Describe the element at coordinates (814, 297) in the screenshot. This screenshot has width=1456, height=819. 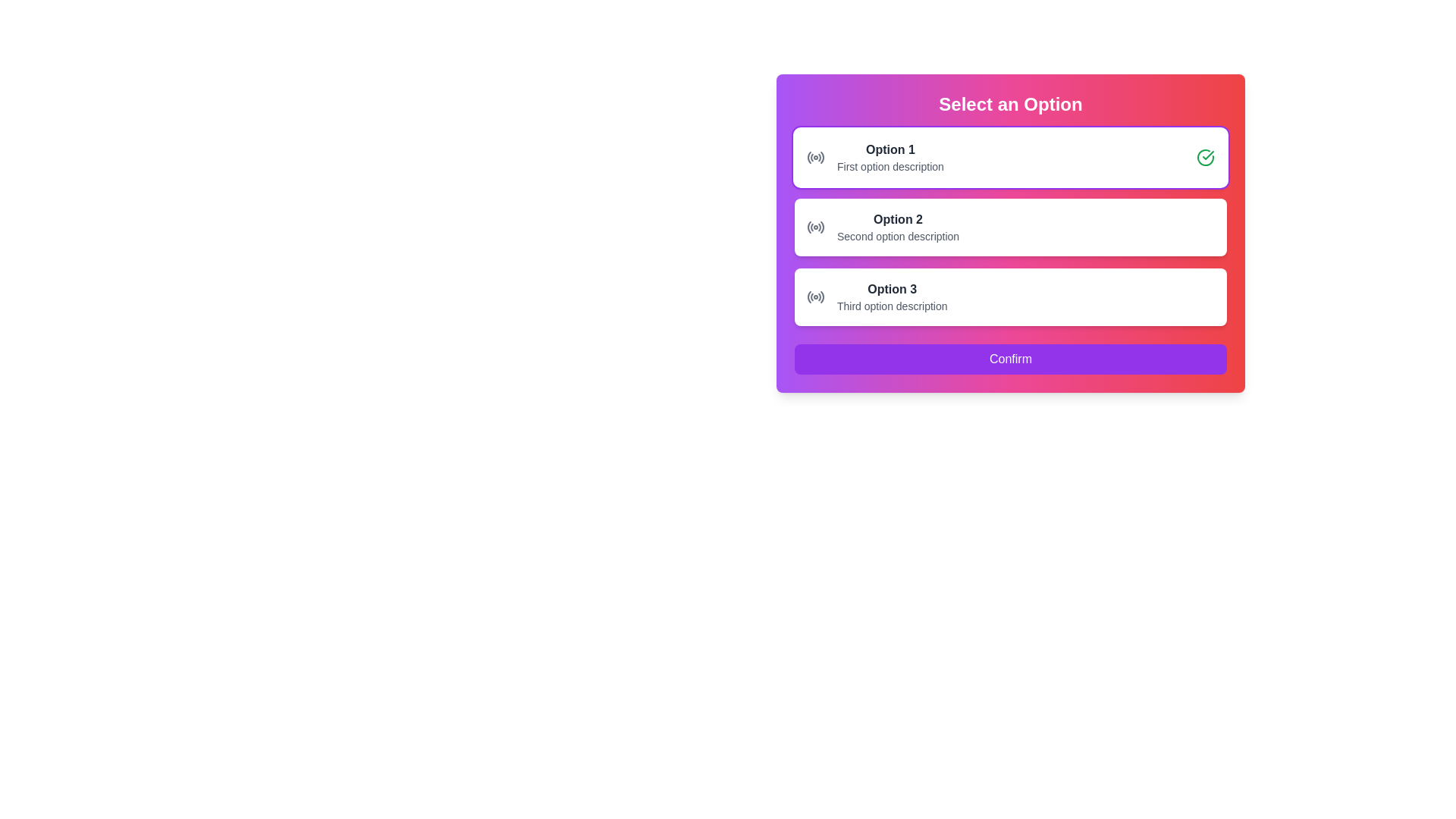
I see `the circular radio signal indicator icon located to the left of 'Option 3' in the selectable options list` at that location.